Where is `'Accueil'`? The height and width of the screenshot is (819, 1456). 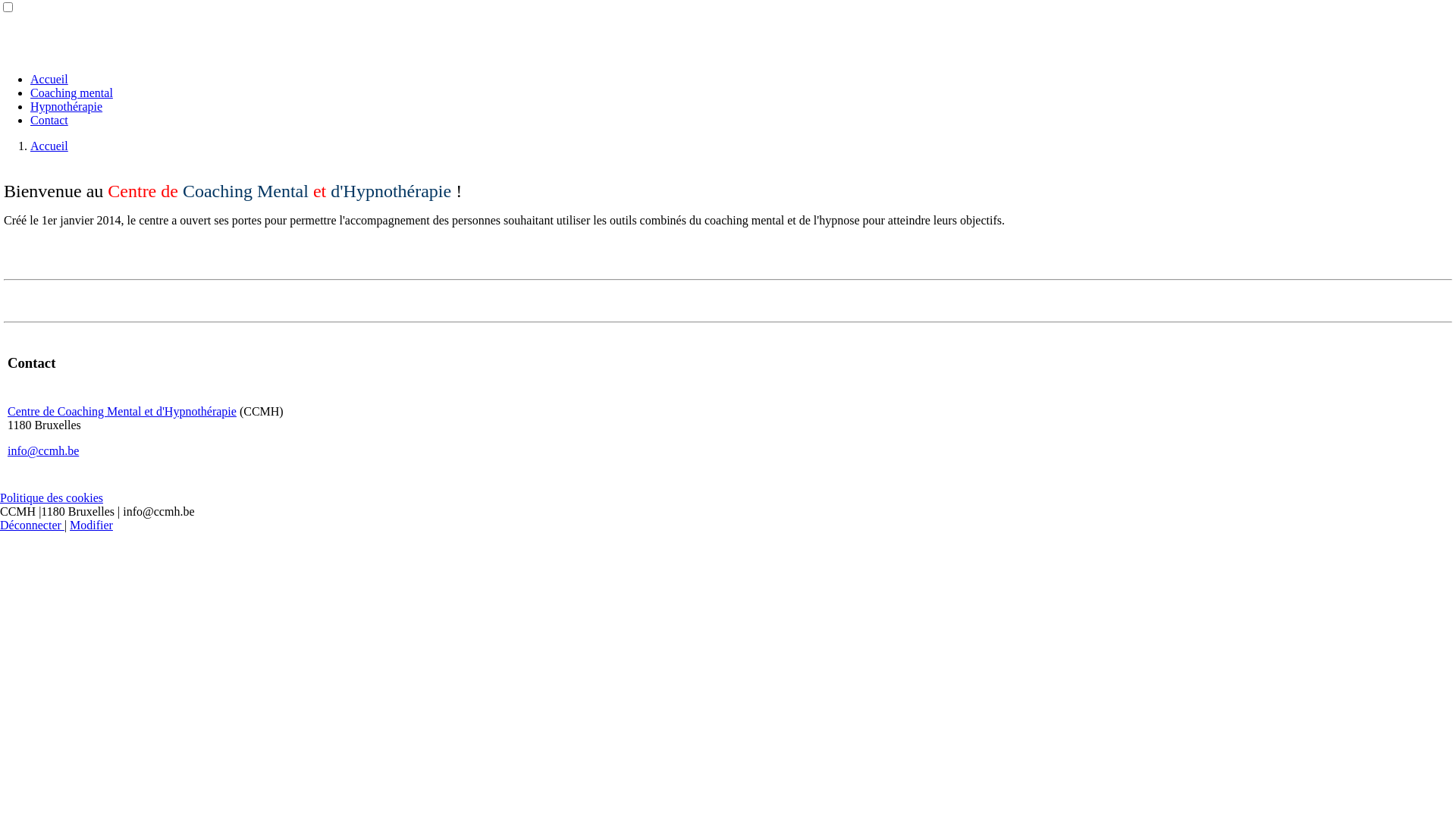
'Accueil' is located at coordinates (49, 79).